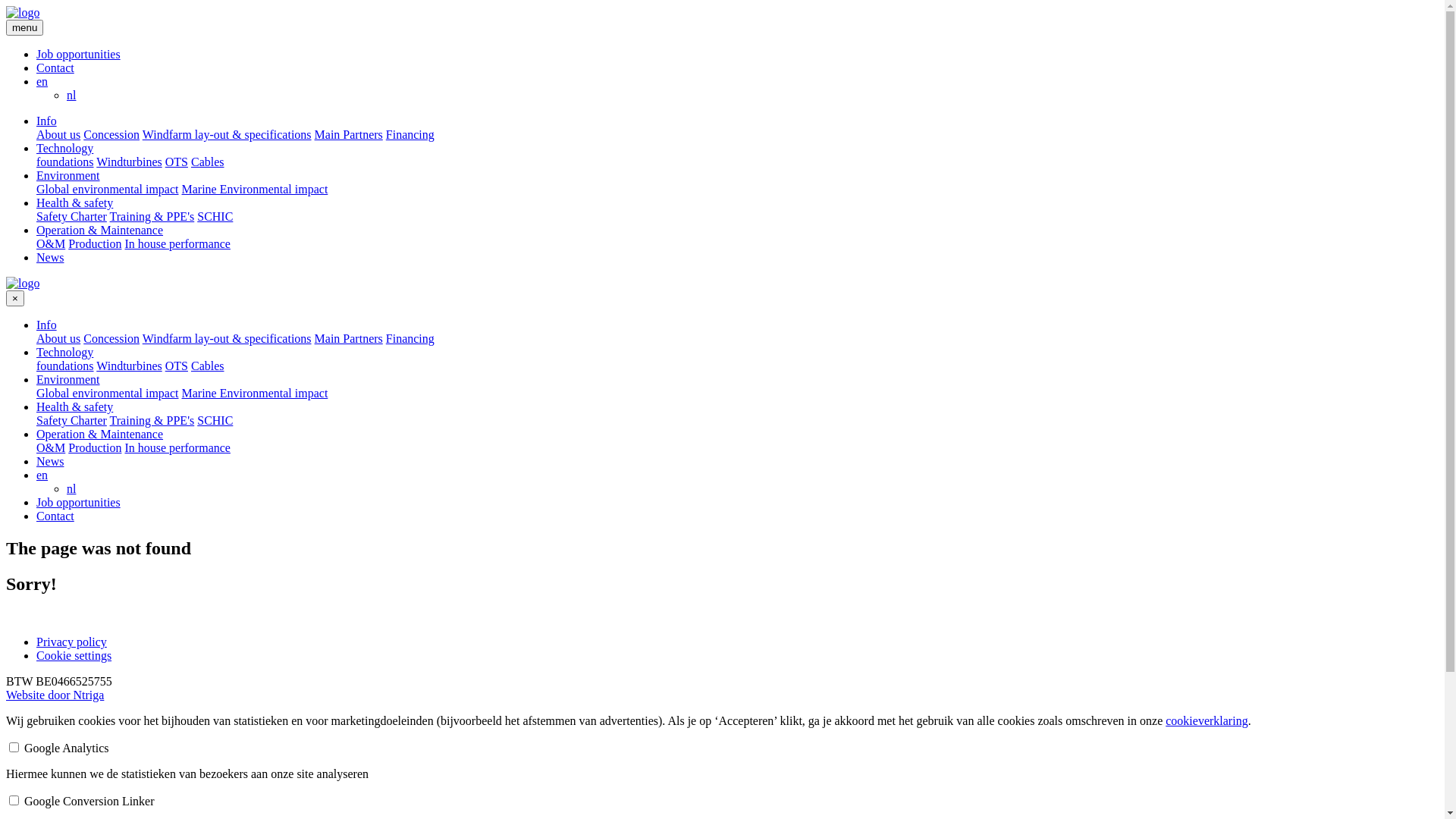 This screenshot has height=819, width=1456. Describe the element at coordinates (177, 366) in the screenshot. I see `'OTS'` at that location.